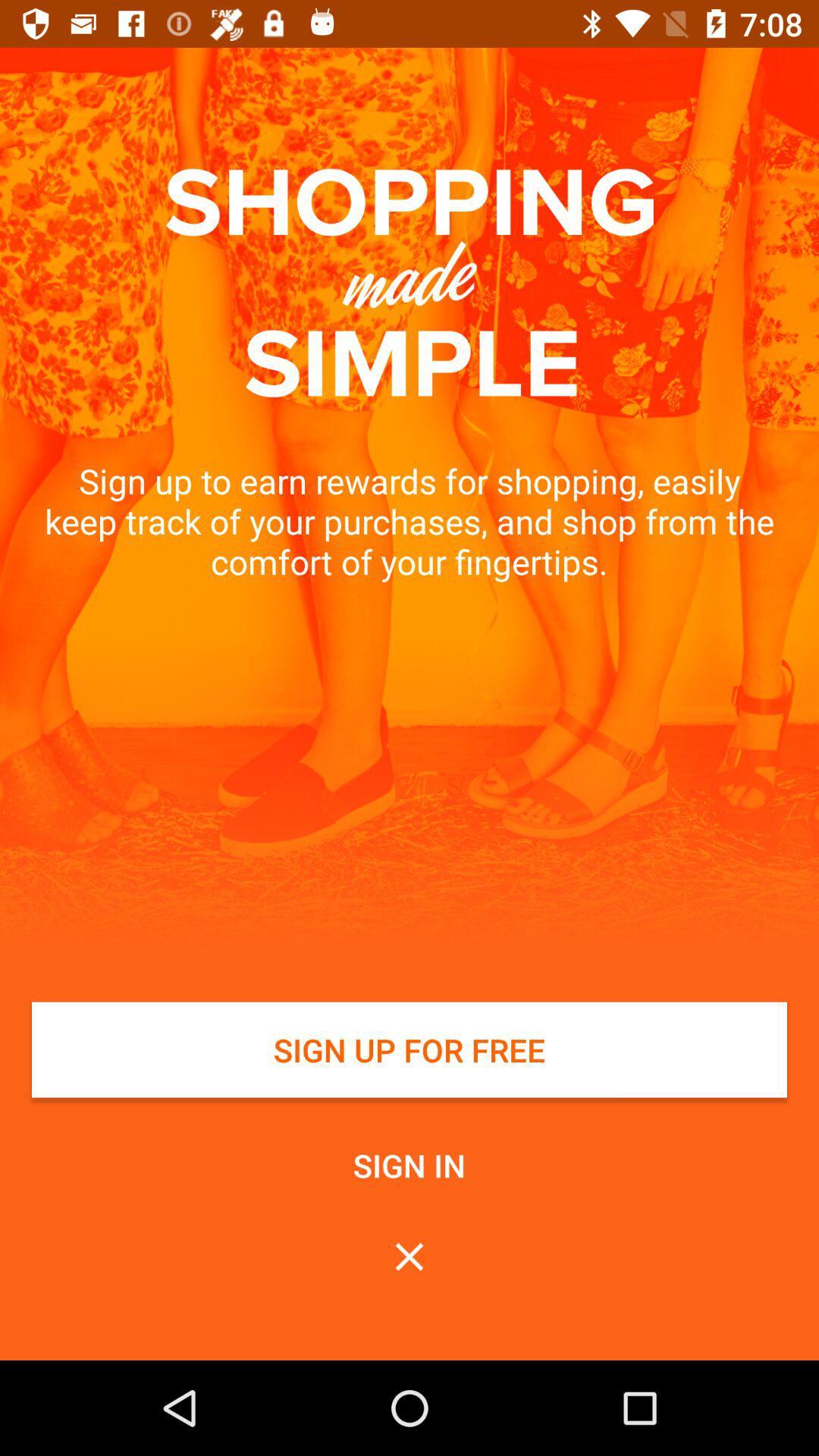  What do you see at coordinates (409, 1257) in the screenshot?
I see `the close icon` at bounding box center [409, 1257].